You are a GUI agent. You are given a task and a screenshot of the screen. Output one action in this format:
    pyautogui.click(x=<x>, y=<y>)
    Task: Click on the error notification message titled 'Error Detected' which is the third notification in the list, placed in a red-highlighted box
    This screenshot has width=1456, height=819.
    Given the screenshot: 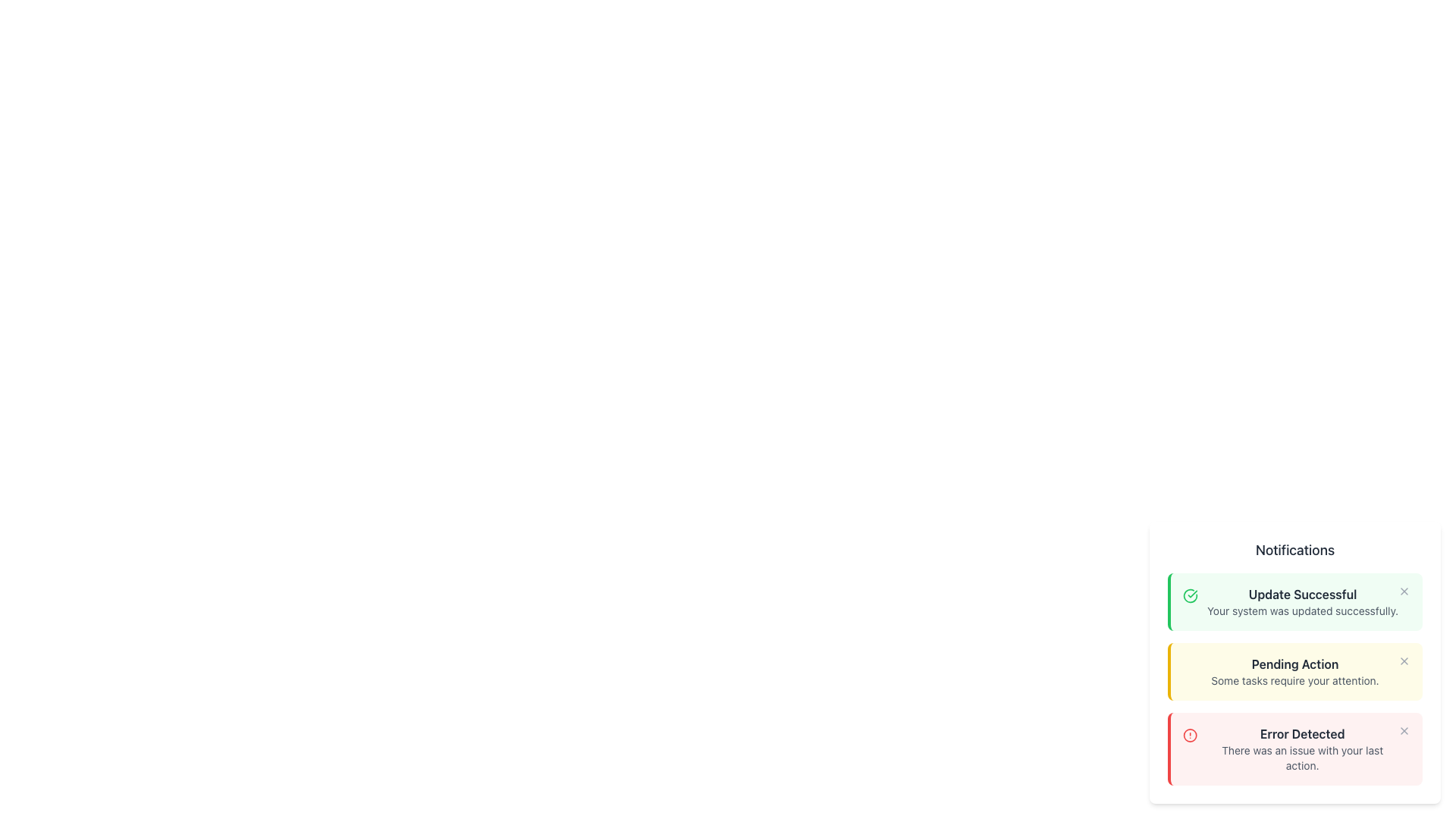 What is the action you would take?
    pyautogui.click(x=1301, y=748)
    